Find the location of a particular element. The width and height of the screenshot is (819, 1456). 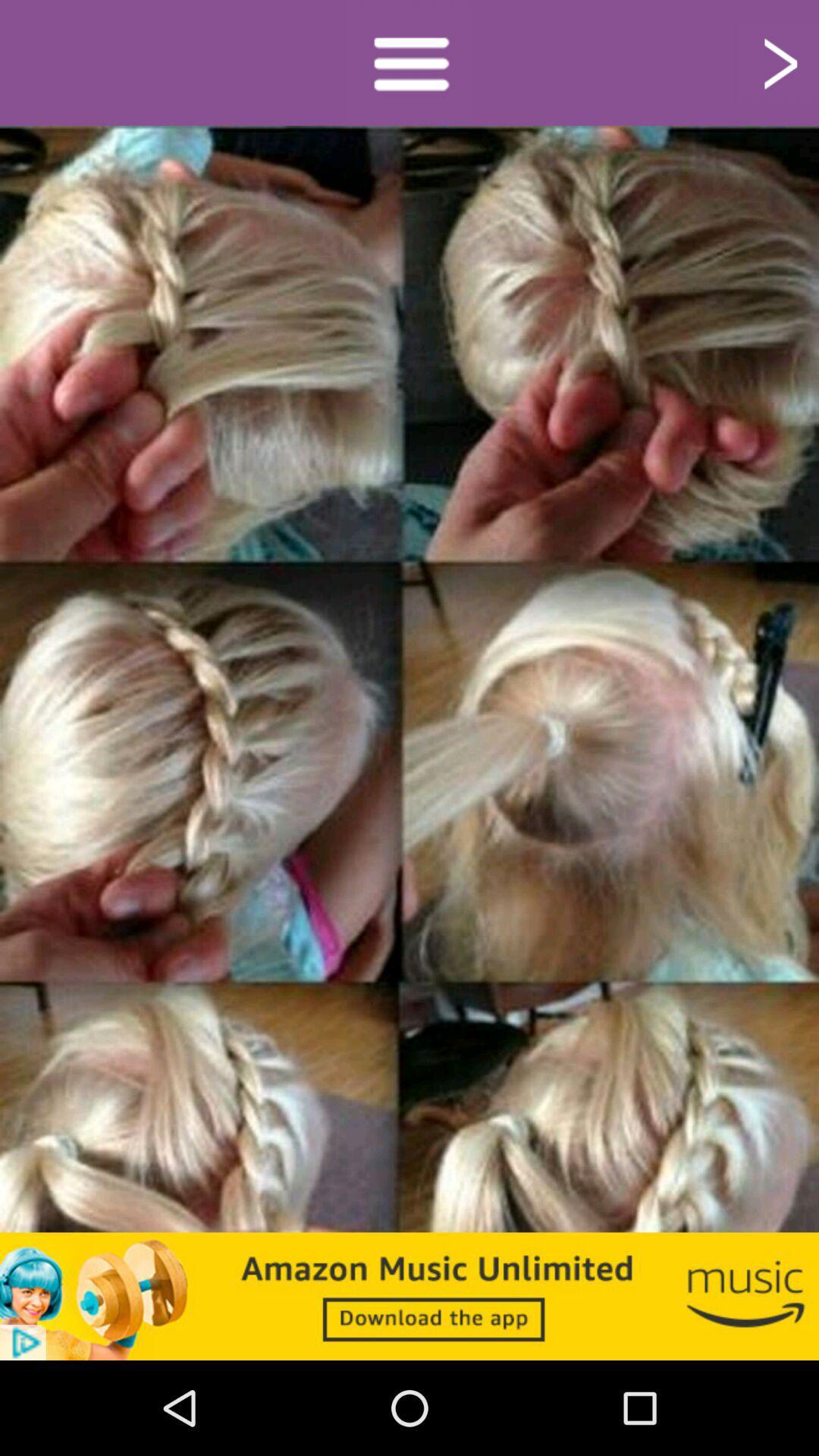

advance to the next slide is located at coordinates (778, 61).